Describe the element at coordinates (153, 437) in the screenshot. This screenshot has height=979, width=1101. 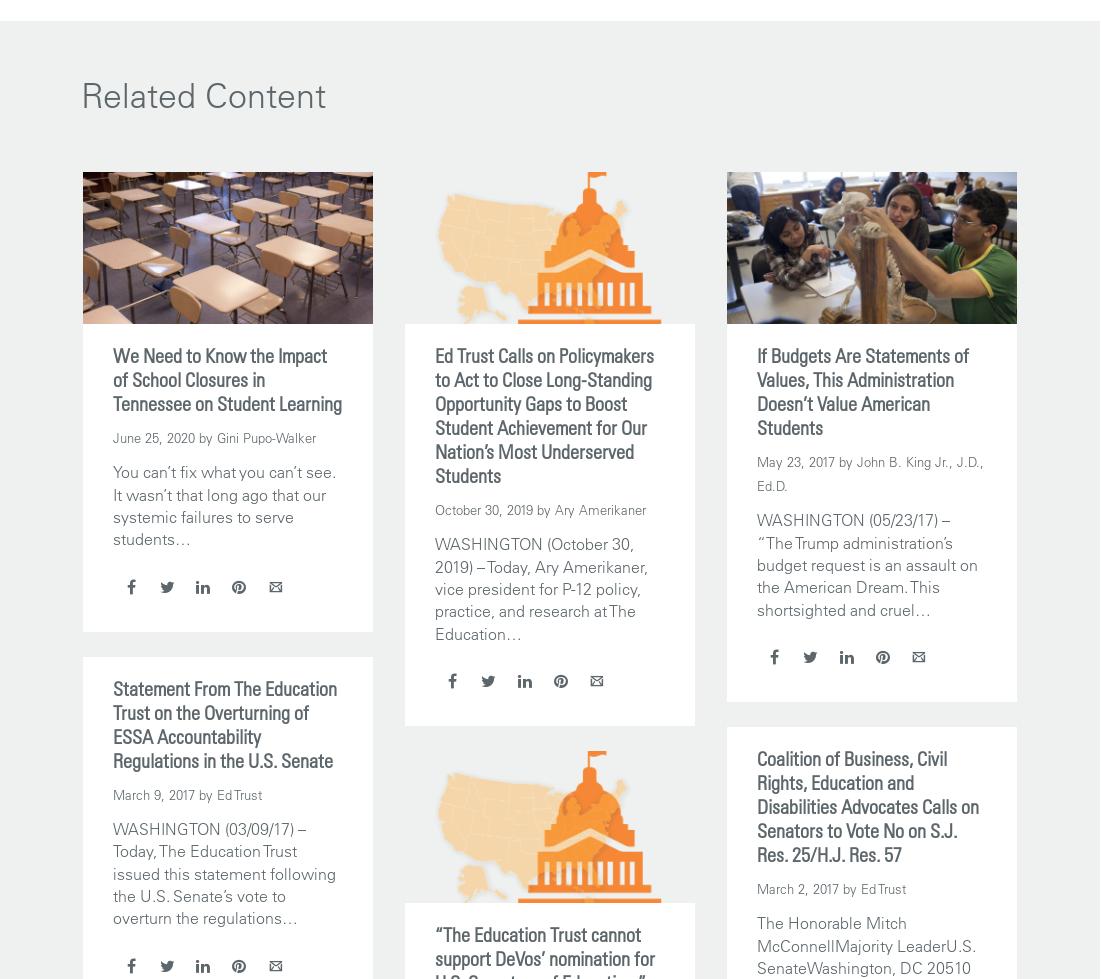
I see `'June 25, 2020'` at that location.